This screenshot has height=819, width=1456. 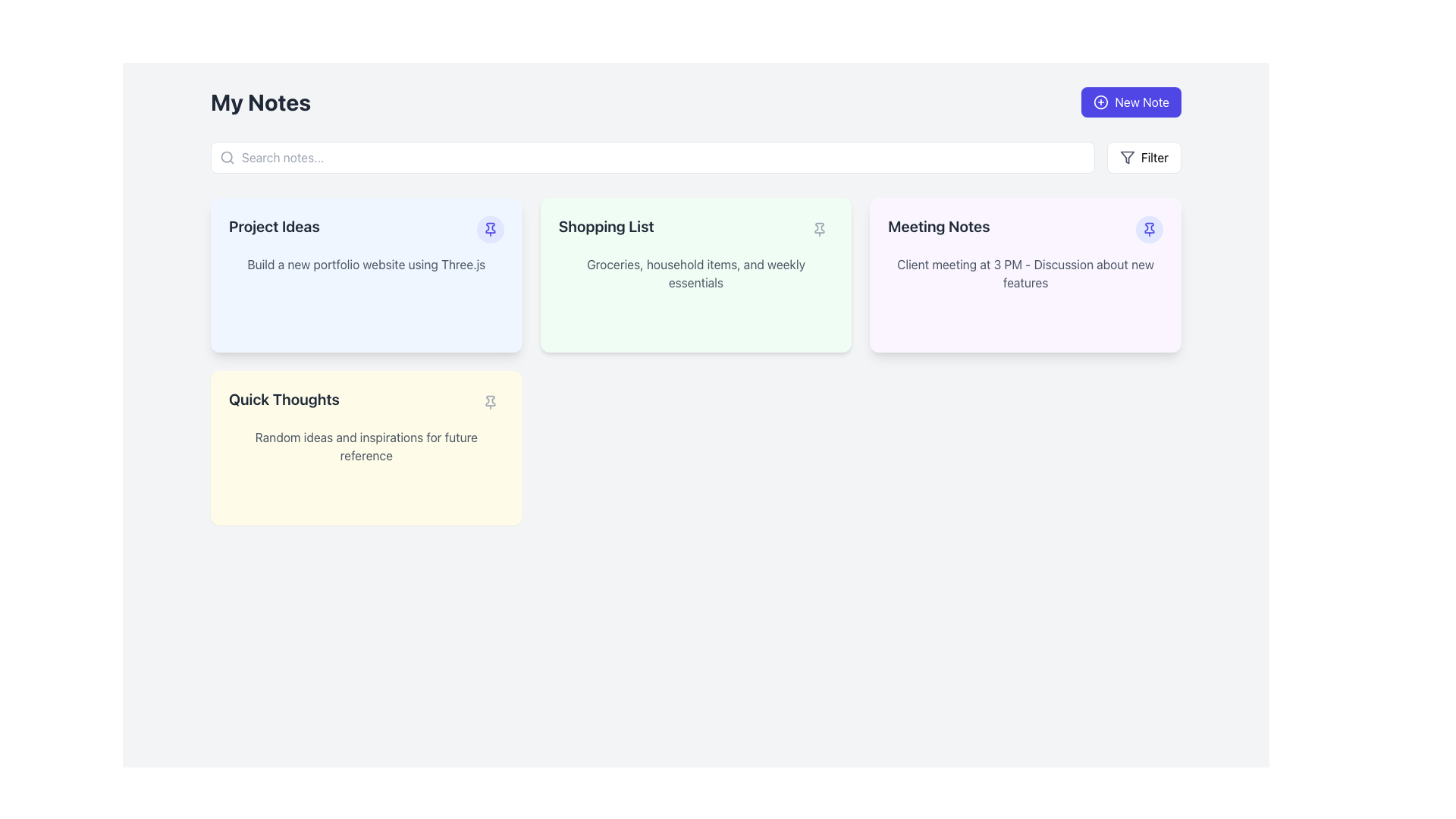 What do you see at coordinates (1150, 227) in the screenshot?
I see `the pin icon located in the top-right corner of the 'Meeting Notes' card` at bounding box center [1150, 227].